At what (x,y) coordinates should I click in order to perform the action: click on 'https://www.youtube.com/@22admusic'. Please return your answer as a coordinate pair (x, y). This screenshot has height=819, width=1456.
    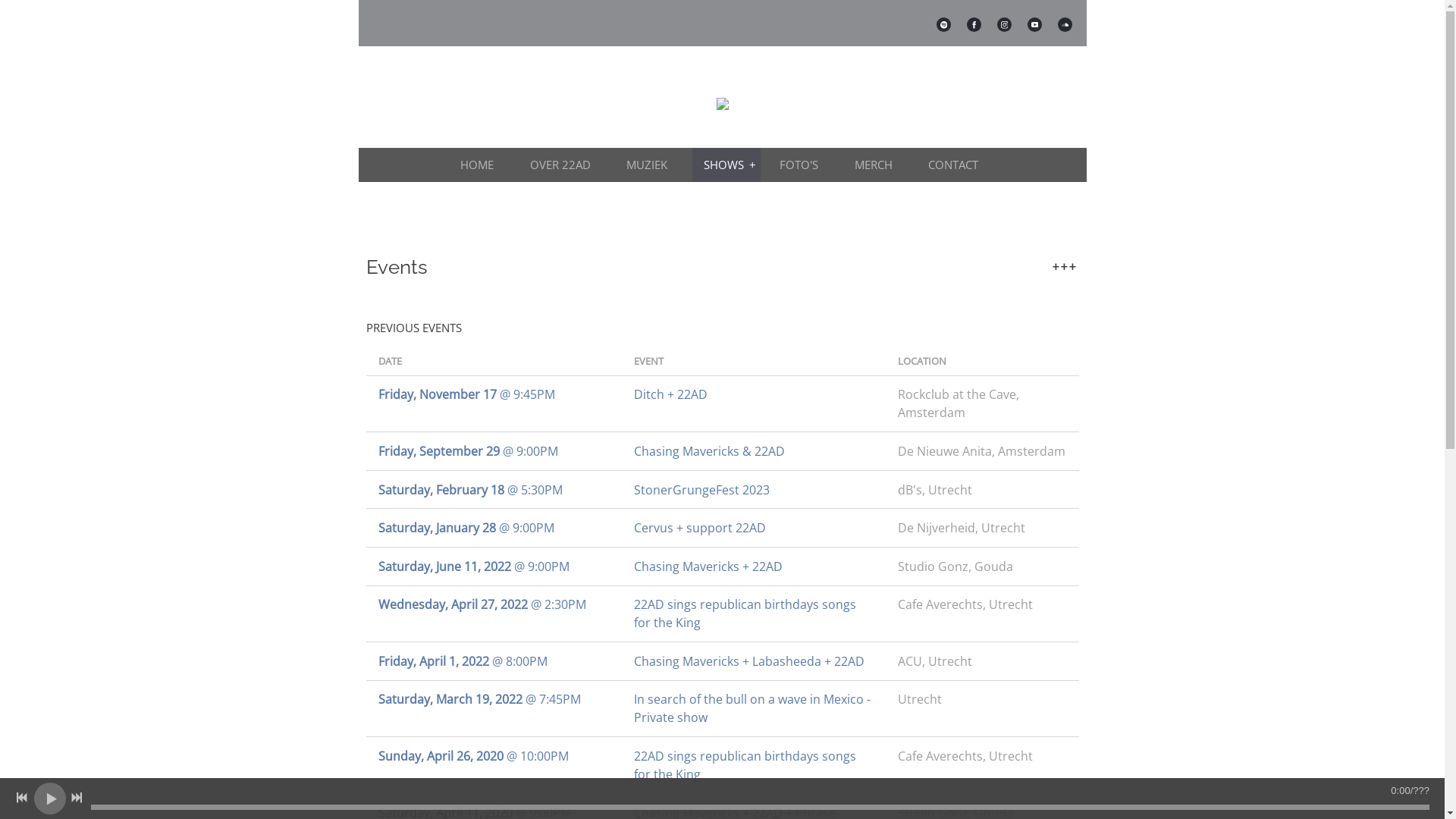
    Looking at the image, I should click on (1034, 24).